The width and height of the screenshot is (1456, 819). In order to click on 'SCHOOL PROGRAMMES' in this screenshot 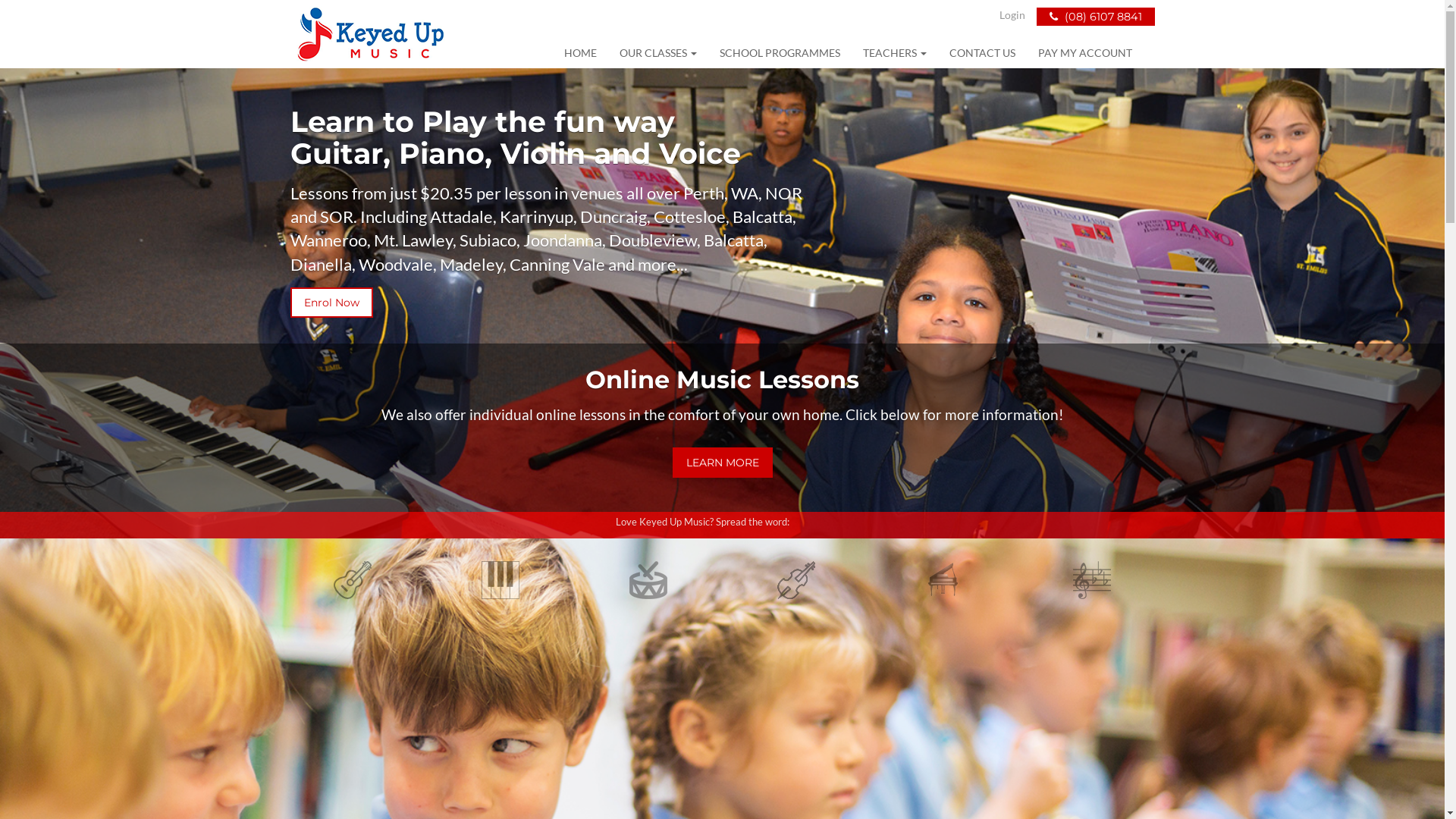, I will do `click(708, 52)`.